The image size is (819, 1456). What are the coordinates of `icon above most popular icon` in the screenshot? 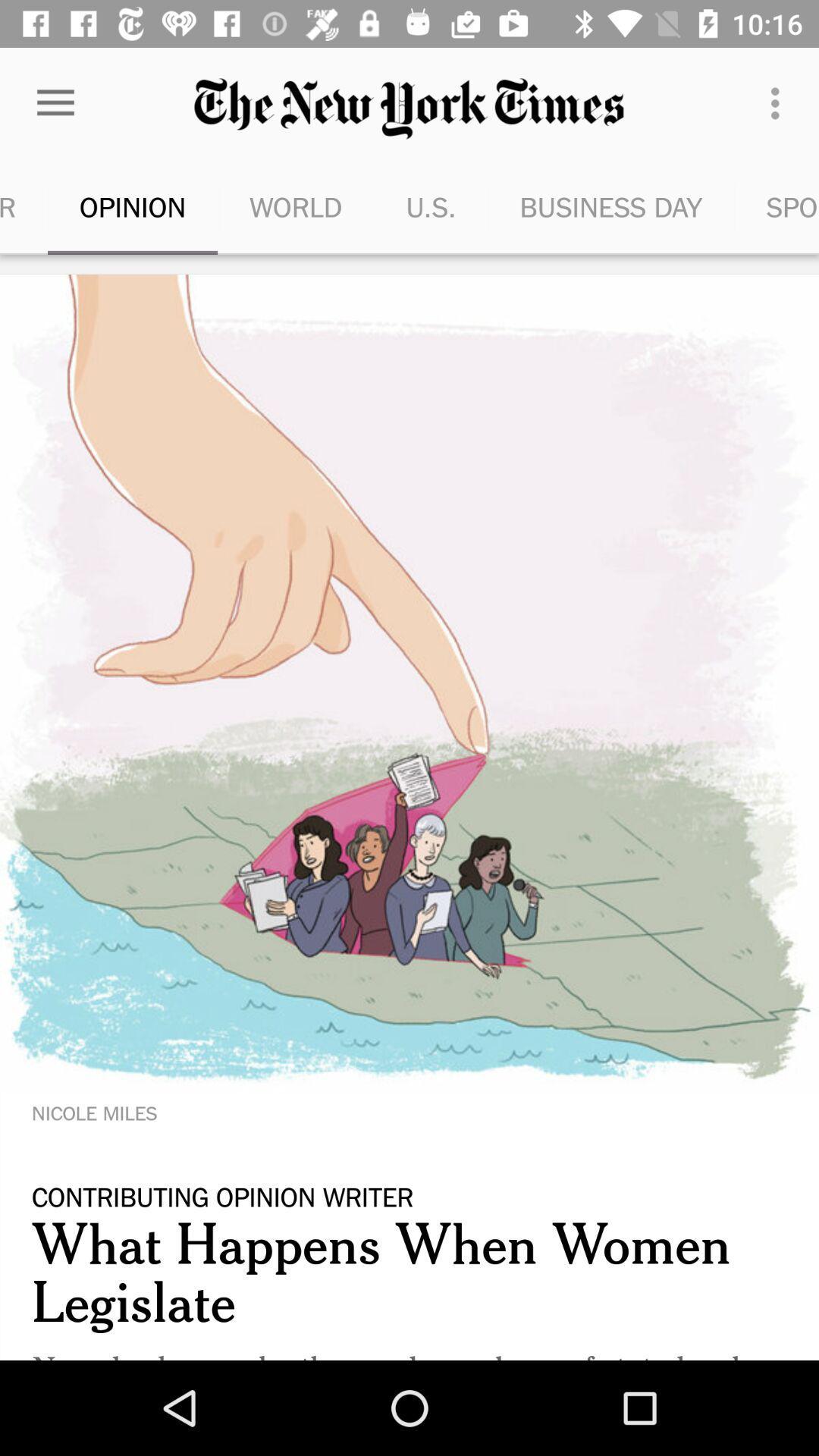 It's located at (55, 102).